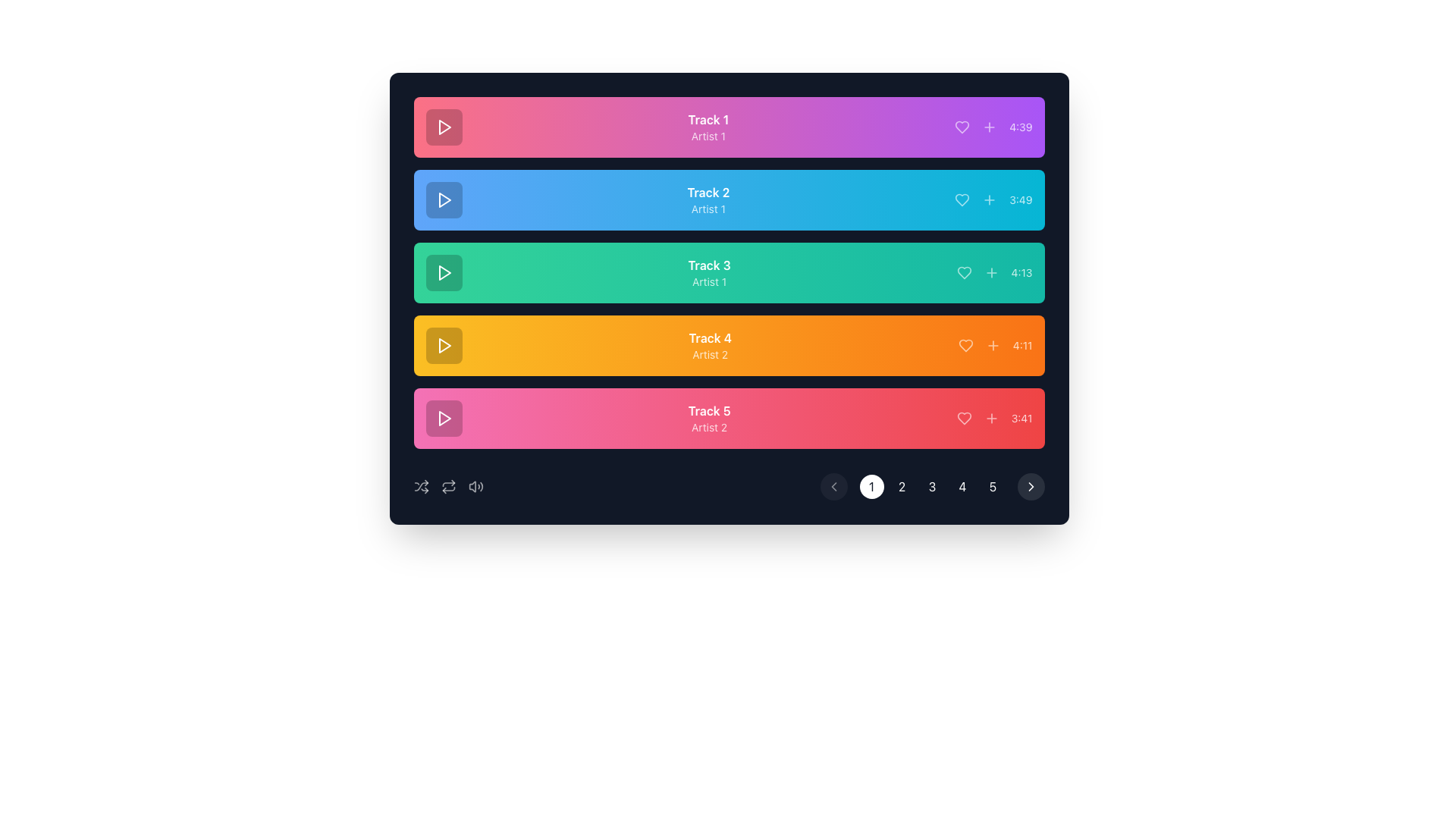 This screenshot has height=819, width=1456. I want to click on the play button located on the leftmost side of the blue segment for 'Track 2' to initiate playback, so click(444, 199).